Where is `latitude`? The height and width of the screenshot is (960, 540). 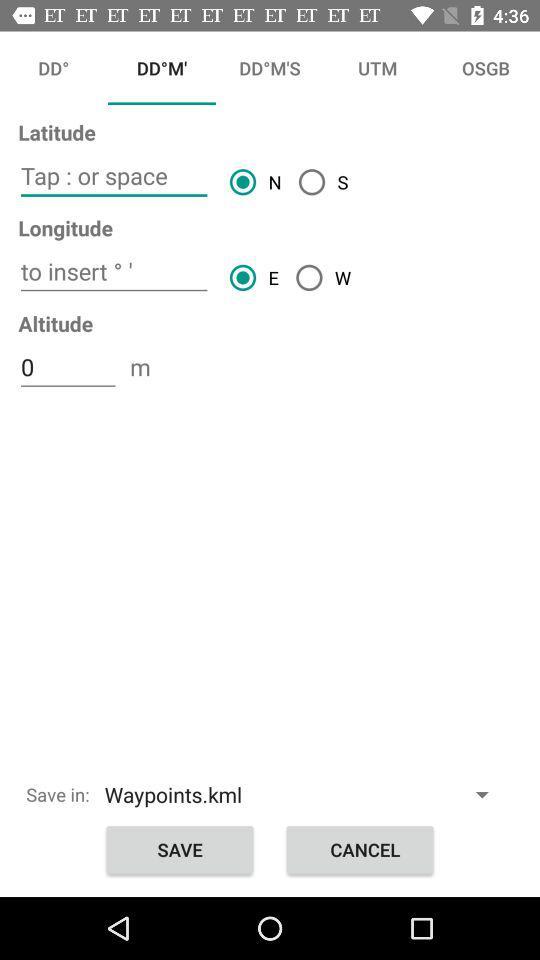
latitude is located at coordinates (114, 175).